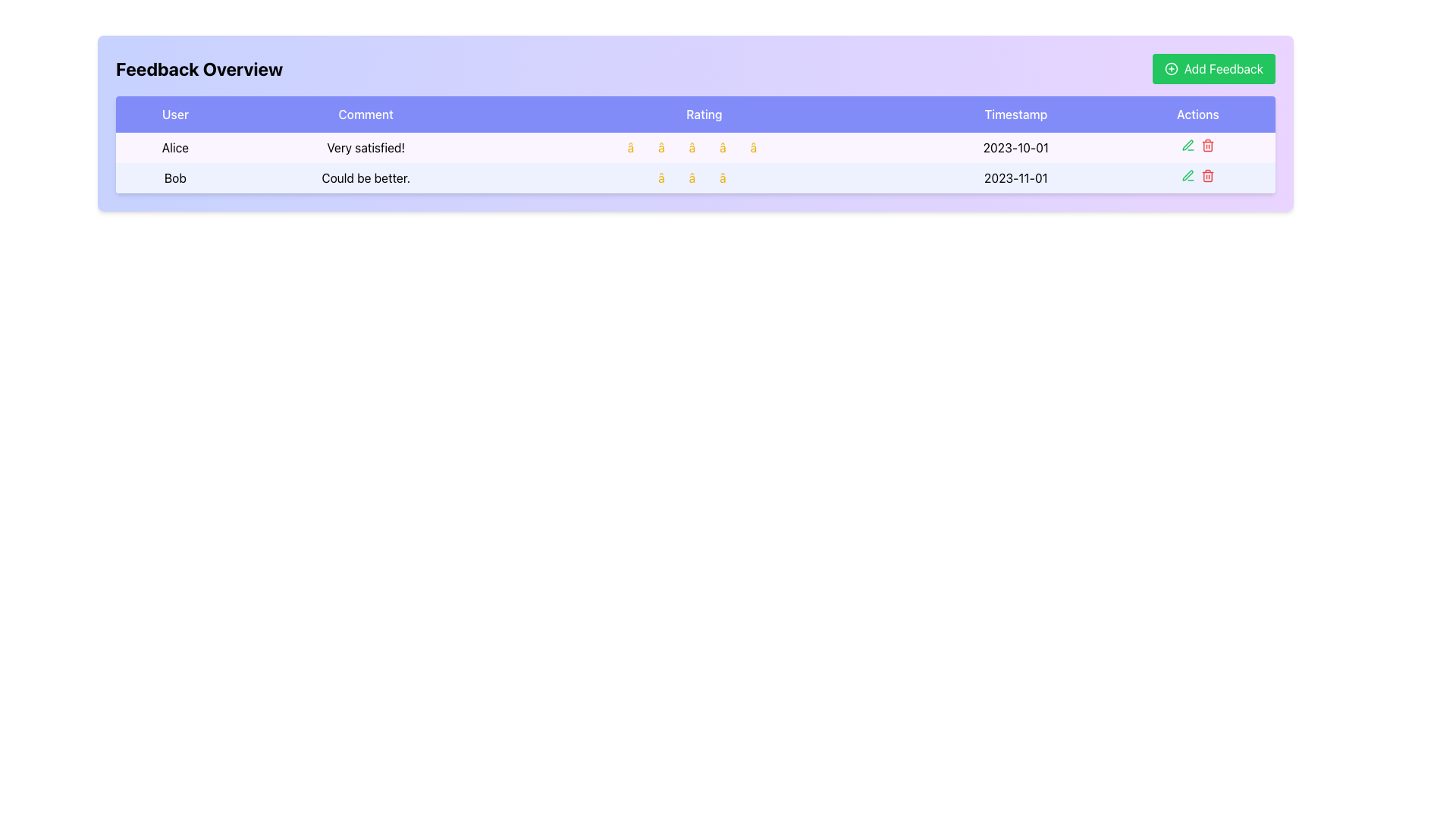 The height and width of the screenshot is (819, 1456). Describe the element at coordinates (695, 148) in the screenshot. I see `the first row of the feedback overview table that contains user feedback information, including labels for 'User', 'Comment', 'Rating', 'Timestamp', and 'Actions'` at that location.